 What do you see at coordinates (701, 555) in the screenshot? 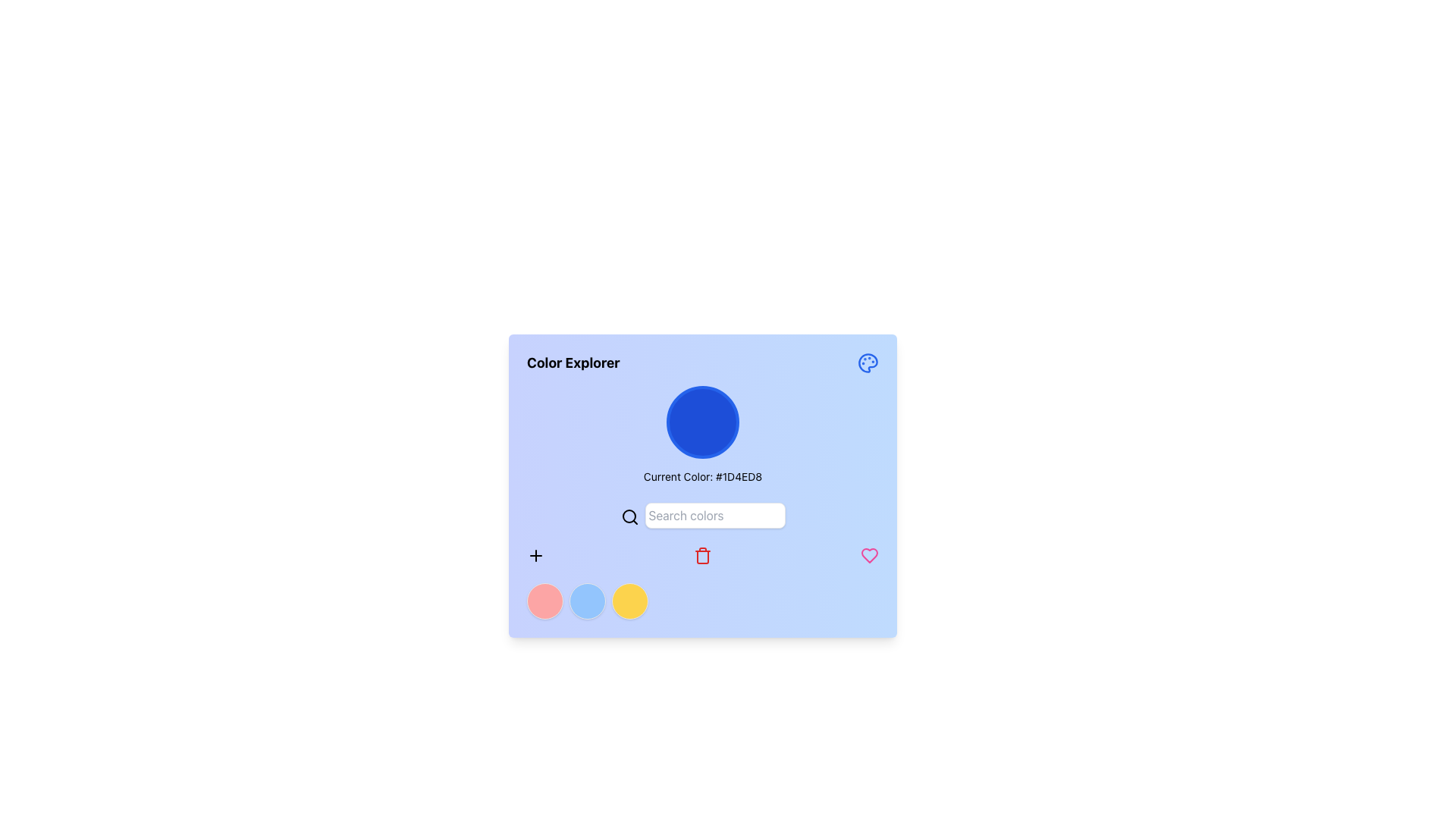
I see `the Trash/Delete Button located as the second icon in a row of three at the bottom section beneath the color search box` at bounding box center [701, 555].